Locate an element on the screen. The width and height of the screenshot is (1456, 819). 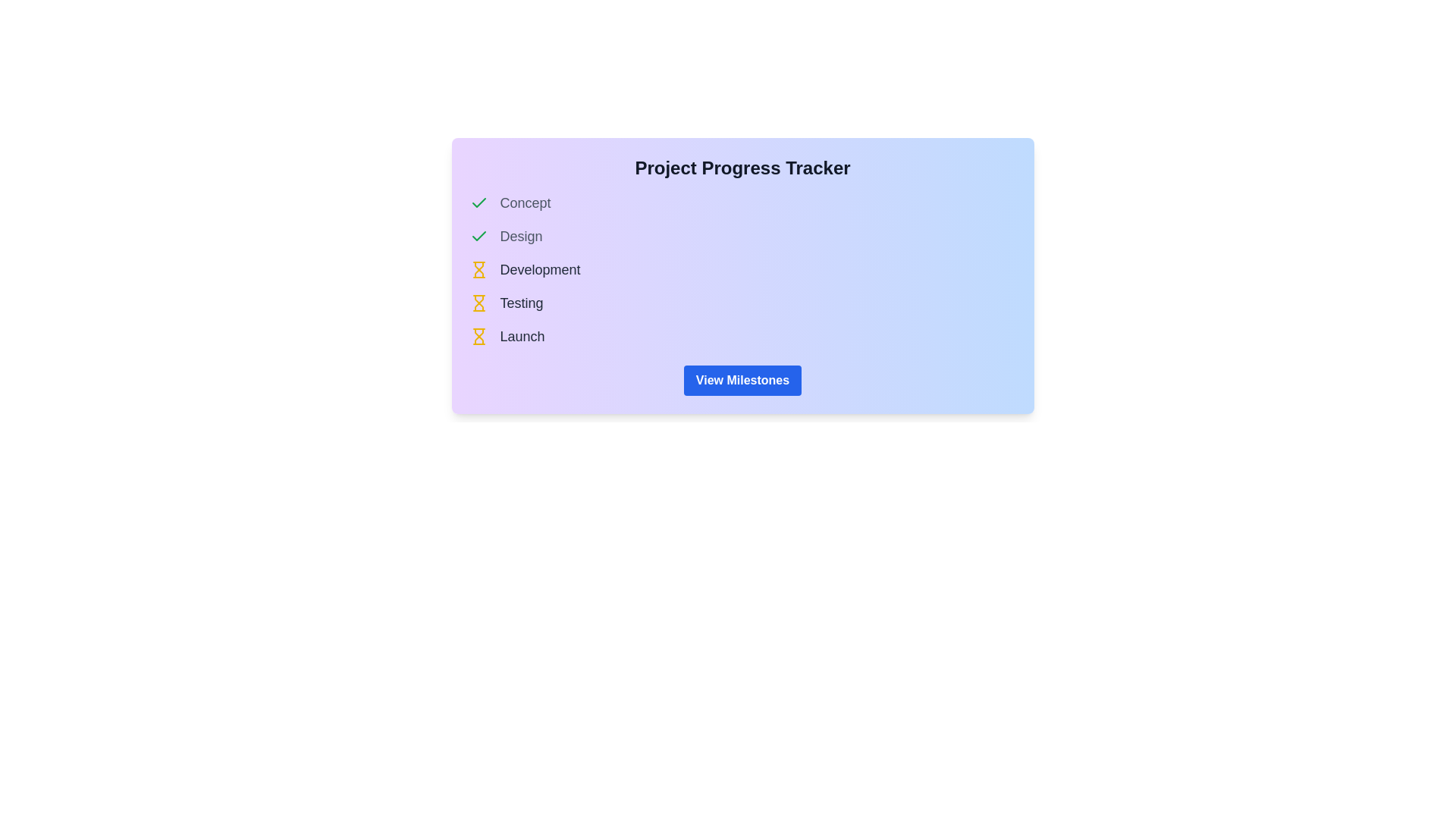
the green checkmark icon located next to the text 'Concept' in the progress tracker is located at coordinates (478, 202).